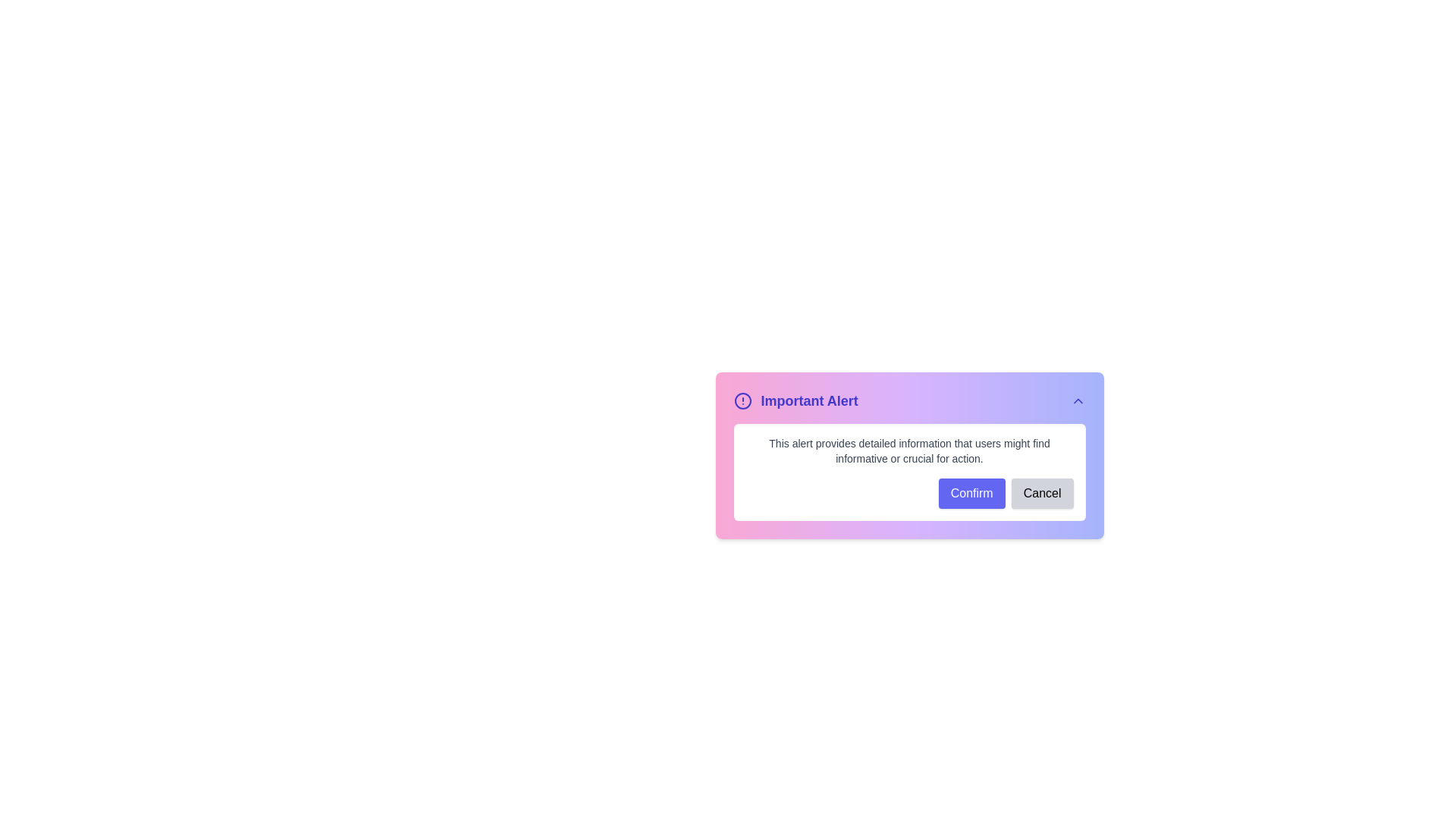 The height and width of the screenshot is (819, 1456). Describe the element at coordinates (1041, 494) in the screenshot. I see `the 'Cancel' button` at that location.